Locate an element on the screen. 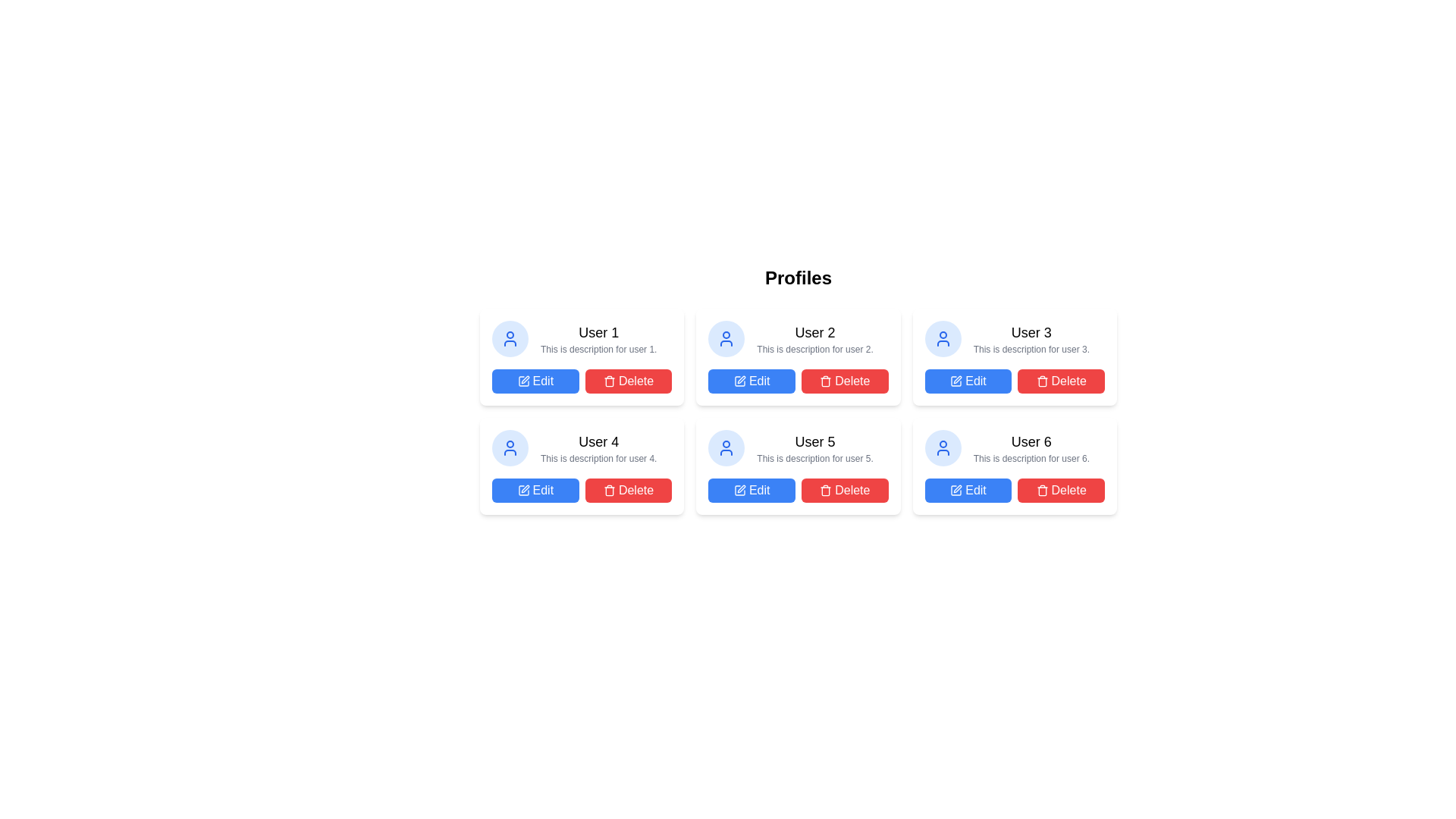 This screenshot has height=819, width=1456. text displayed in the text display component for User 3, which is located in the second row of cards, third from the left is located at coordinates (1031, 338).